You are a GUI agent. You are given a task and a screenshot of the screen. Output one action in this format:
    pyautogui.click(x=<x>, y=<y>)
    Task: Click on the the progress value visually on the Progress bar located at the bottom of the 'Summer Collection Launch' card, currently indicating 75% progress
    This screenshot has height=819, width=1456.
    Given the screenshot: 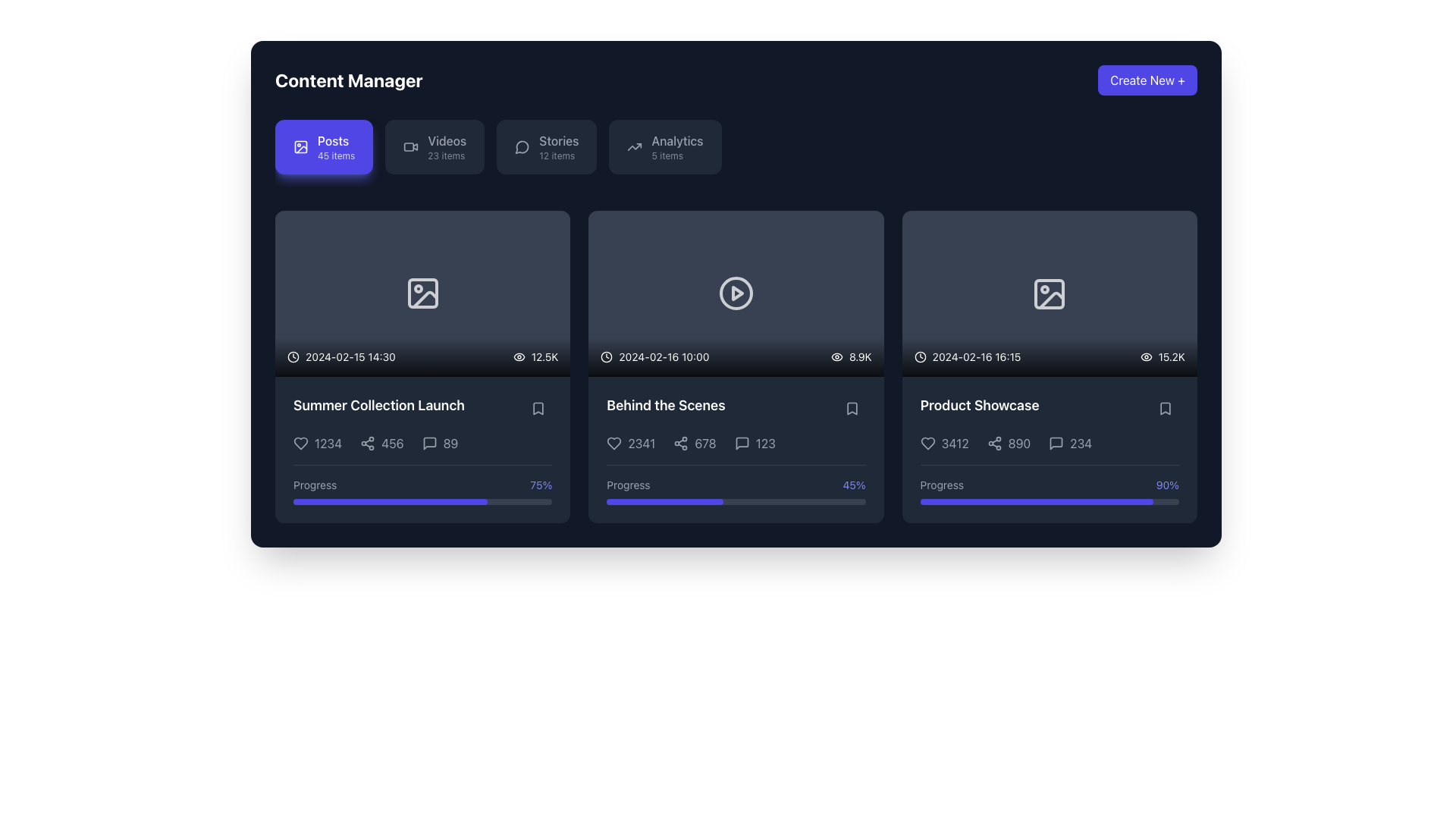 What is the action you would take?
    pyautogui.click(x=422, y=501)
    